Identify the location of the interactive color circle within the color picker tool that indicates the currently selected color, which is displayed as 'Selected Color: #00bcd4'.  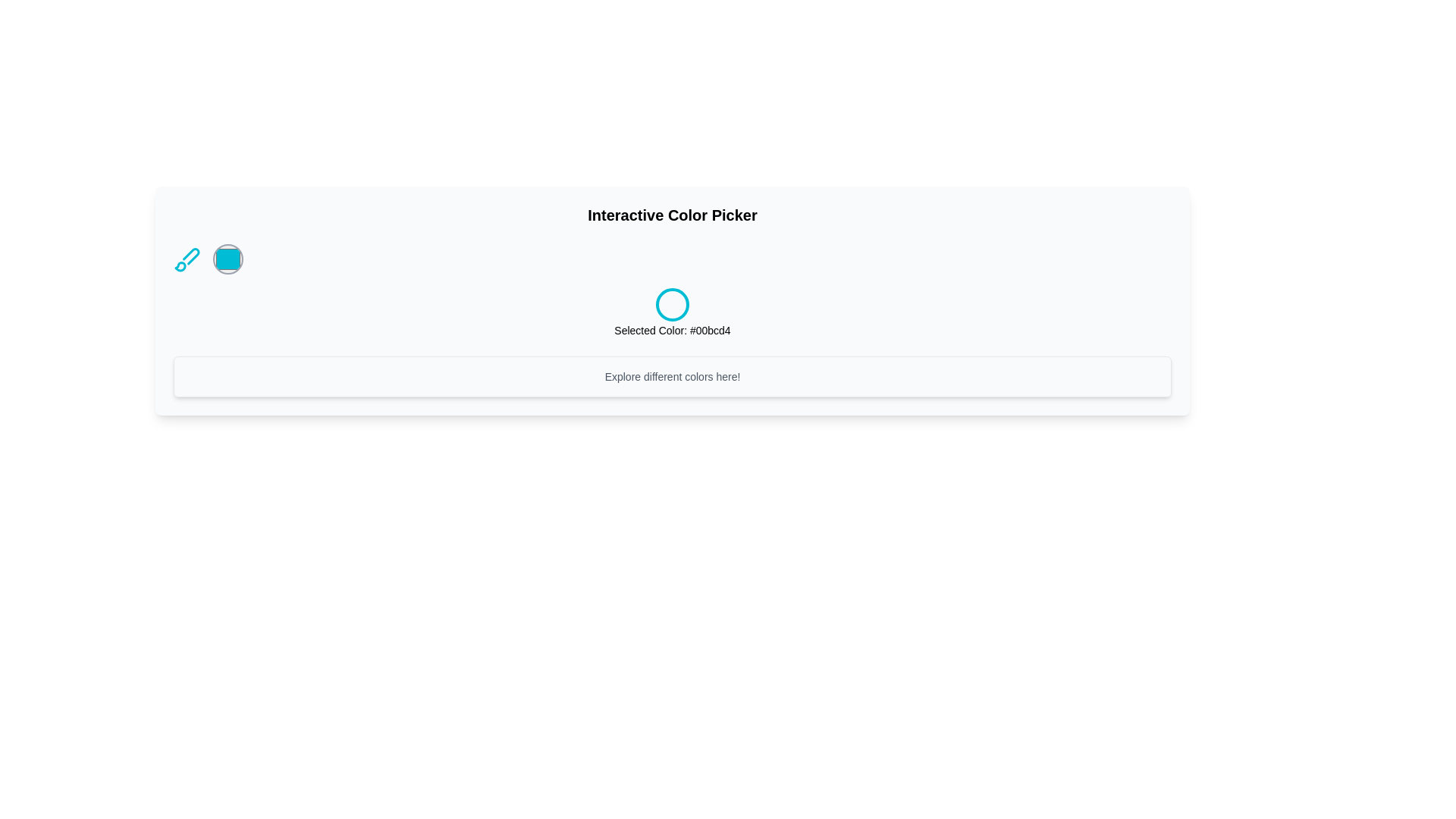
(672, 259).